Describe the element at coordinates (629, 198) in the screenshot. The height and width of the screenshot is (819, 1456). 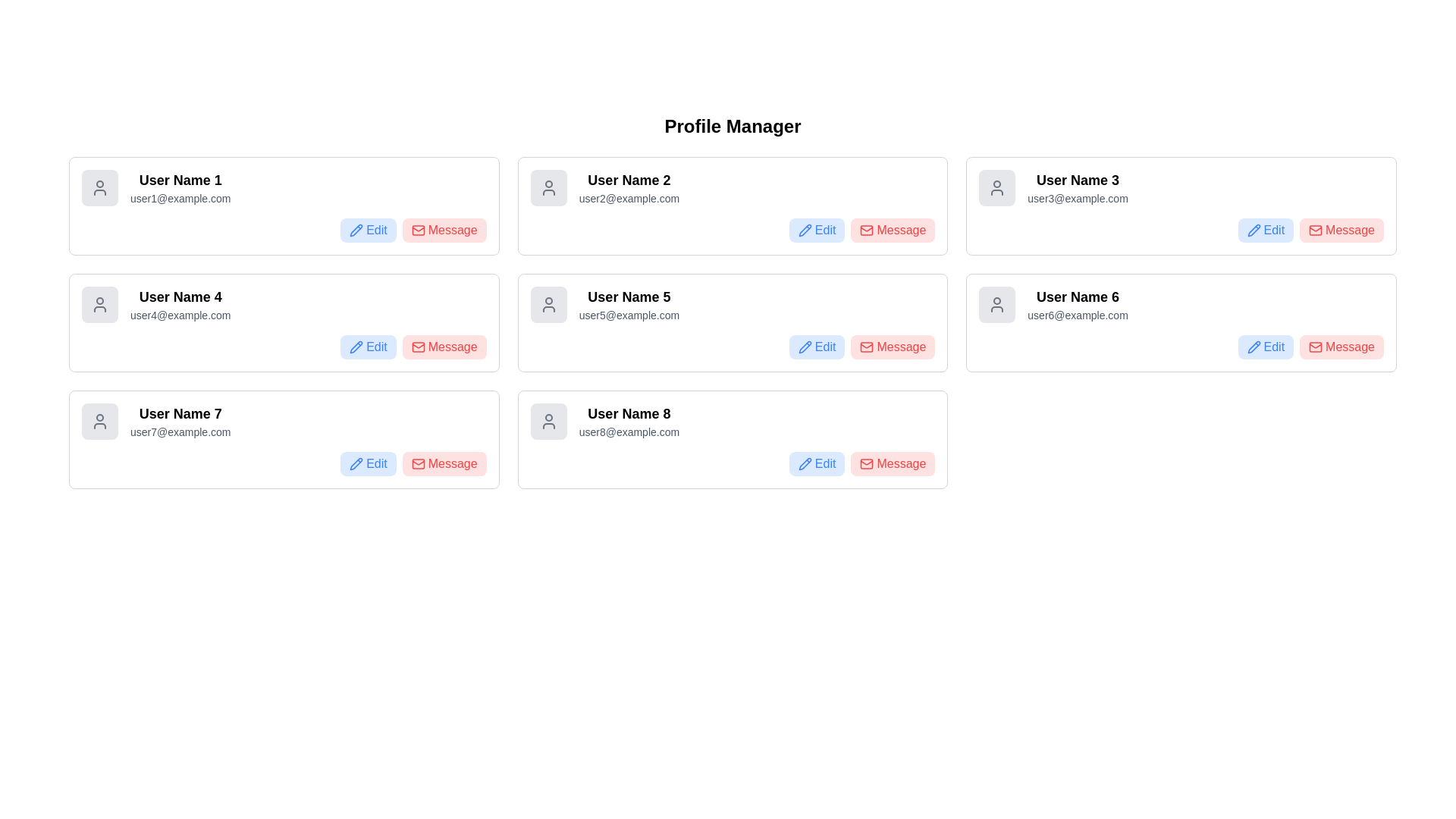
I see `the text label displaying the email address 'user2@example.com', which is styled in gray and located below the title 'User Name 2' within the card layout` at that location.